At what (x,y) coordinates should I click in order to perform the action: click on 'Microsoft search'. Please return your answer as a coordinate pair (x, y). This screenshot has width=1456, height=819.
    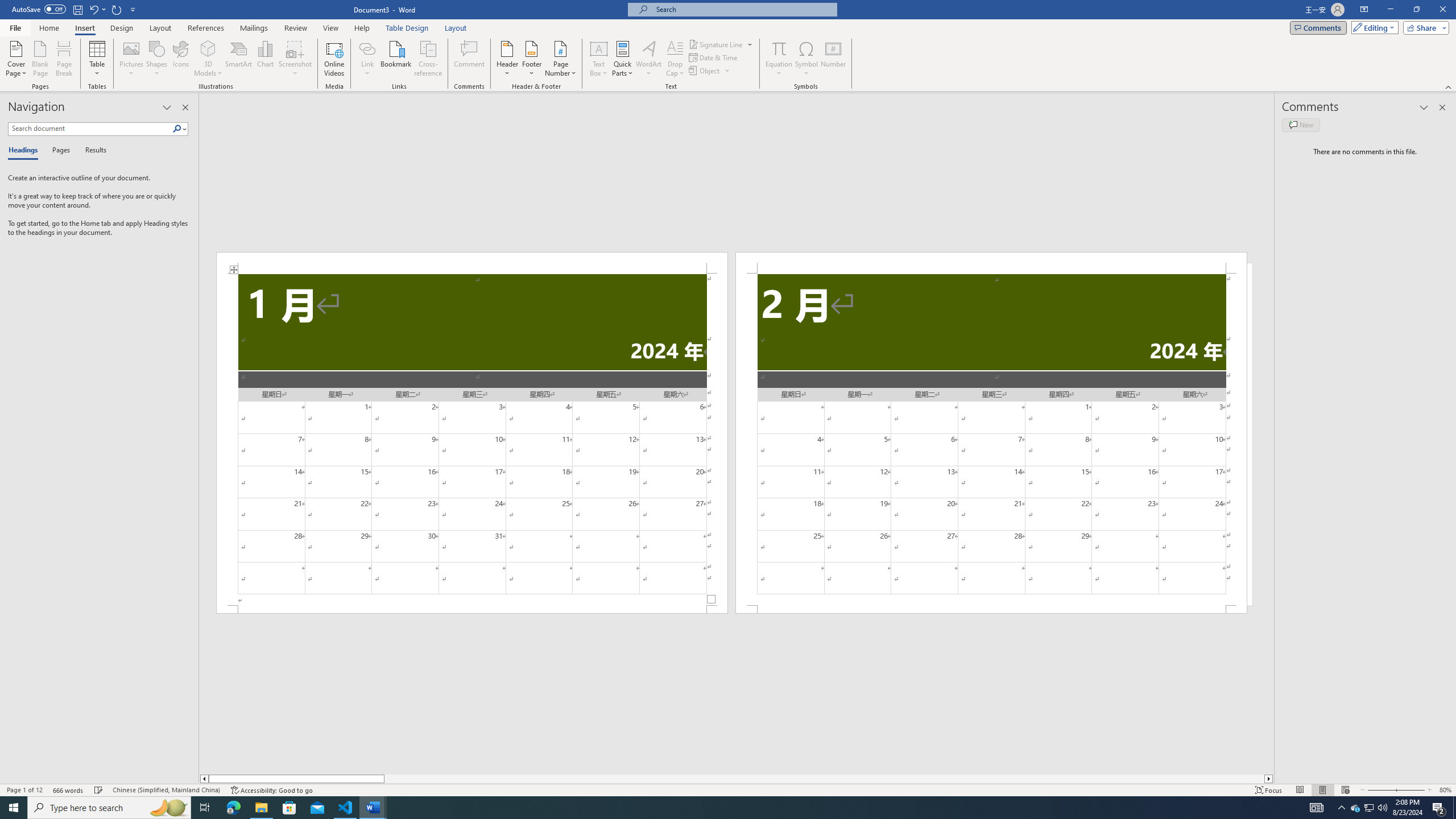
    Looking at the image, I should click on (742, 9).